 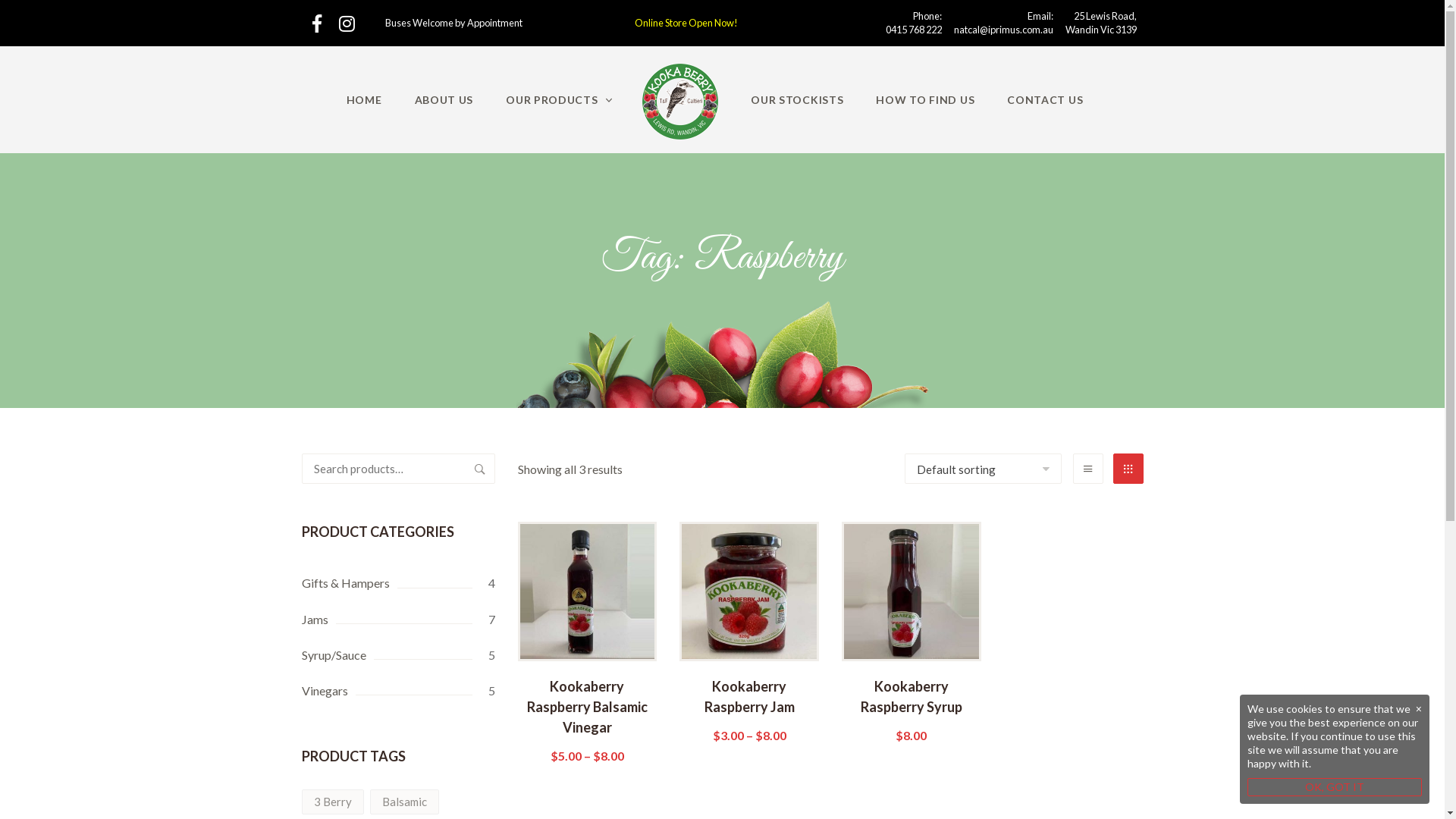 I want to click on 'Kookaberry Raspberry Jam', so click(x=749, y=709).